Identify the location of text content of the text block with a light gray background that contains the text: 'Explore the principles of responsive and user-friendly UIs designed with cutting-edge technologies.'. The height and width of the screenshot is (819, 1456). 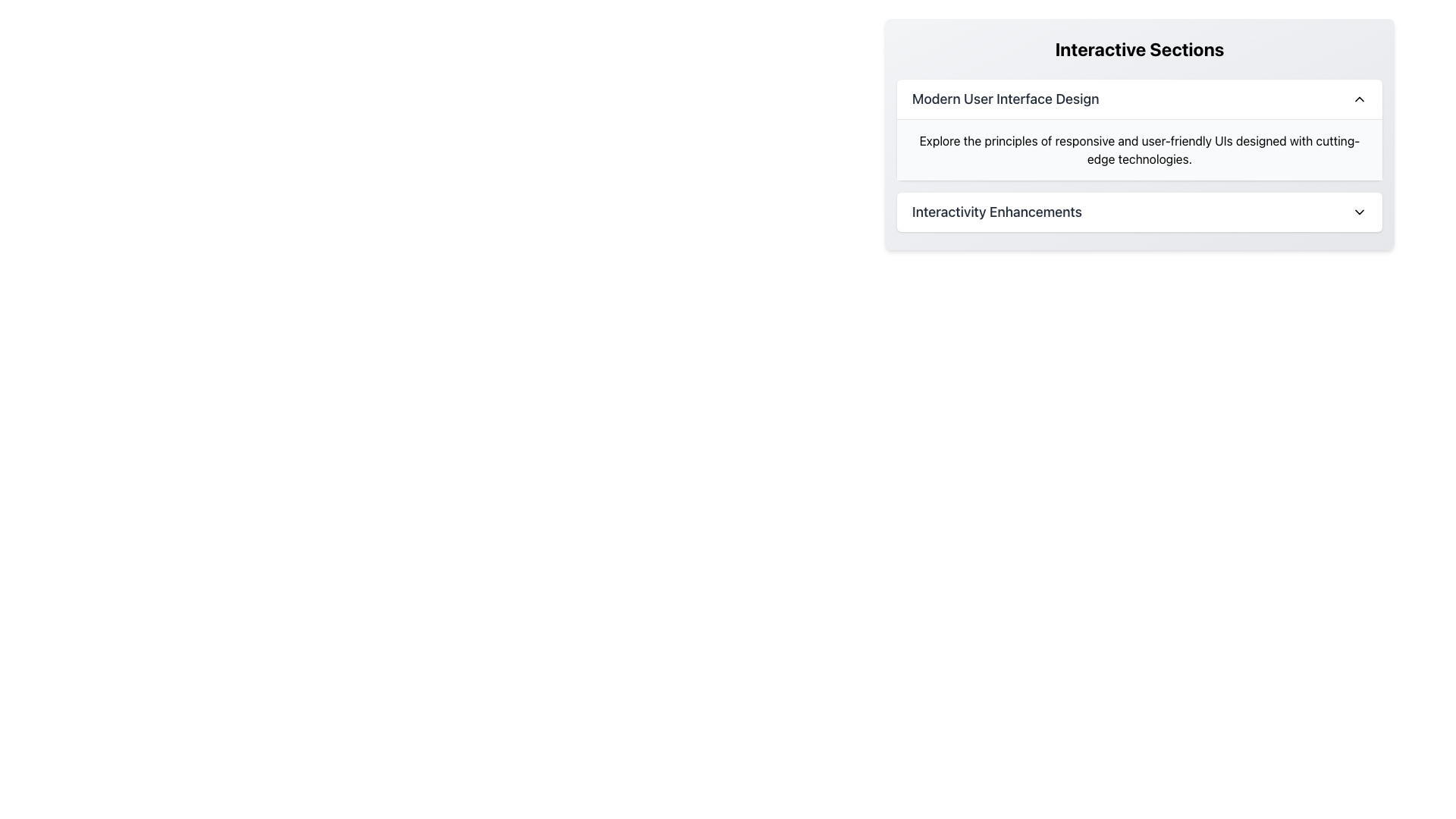
(1139, 149).